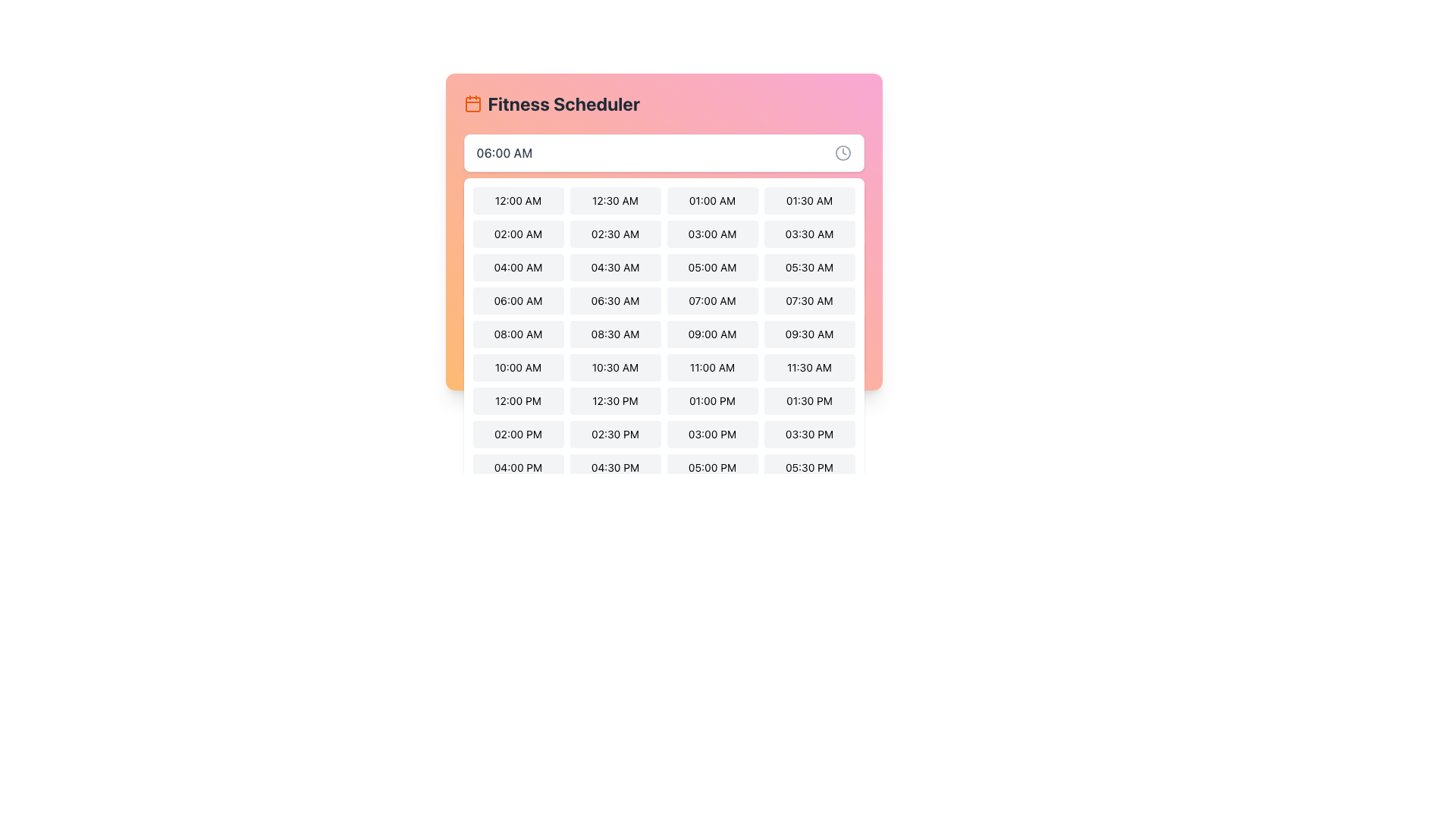 The height and width of the screenshot is (819, 1456). What do you see at coordinates (711, 333) in the screenshot?
I see `the button` at bounding box center [711, 333].